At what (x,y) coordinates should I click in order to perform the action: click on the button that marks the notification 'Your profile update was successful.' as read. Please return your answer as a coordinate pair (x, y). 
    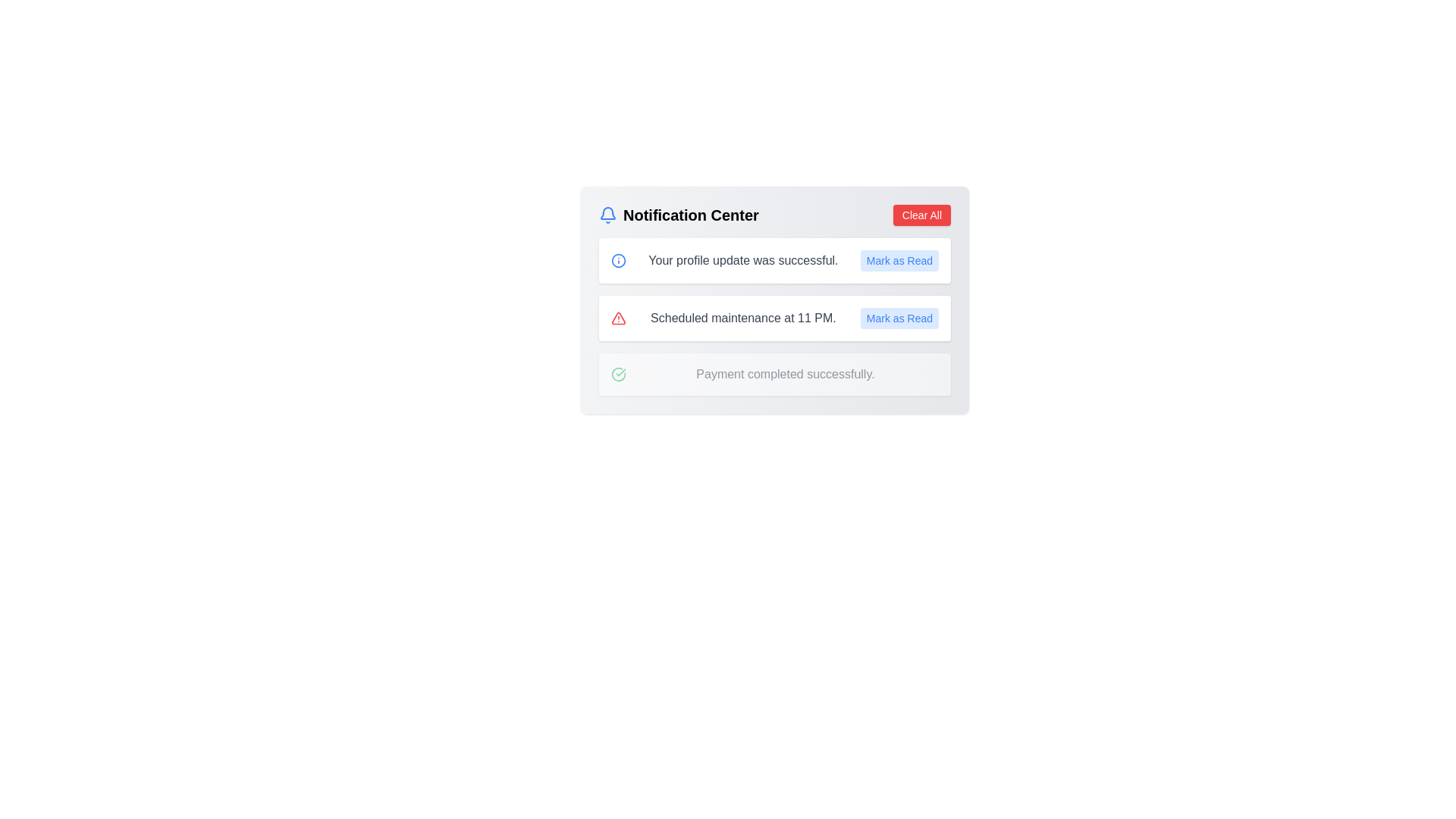
    Looking at the image, I should click on (899, 259).